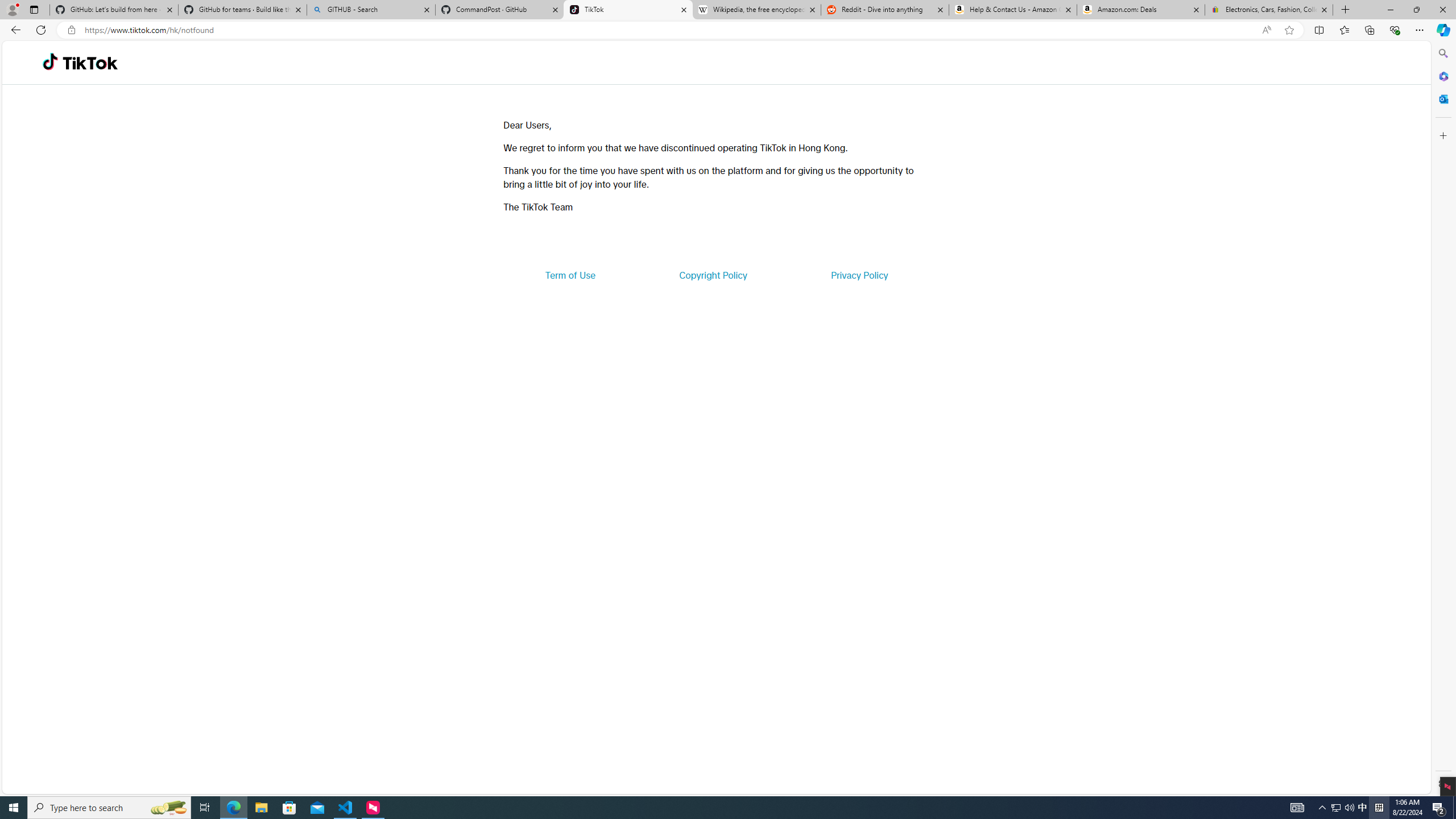  I want to click on 'Tab actions menu', so click(34, 9).